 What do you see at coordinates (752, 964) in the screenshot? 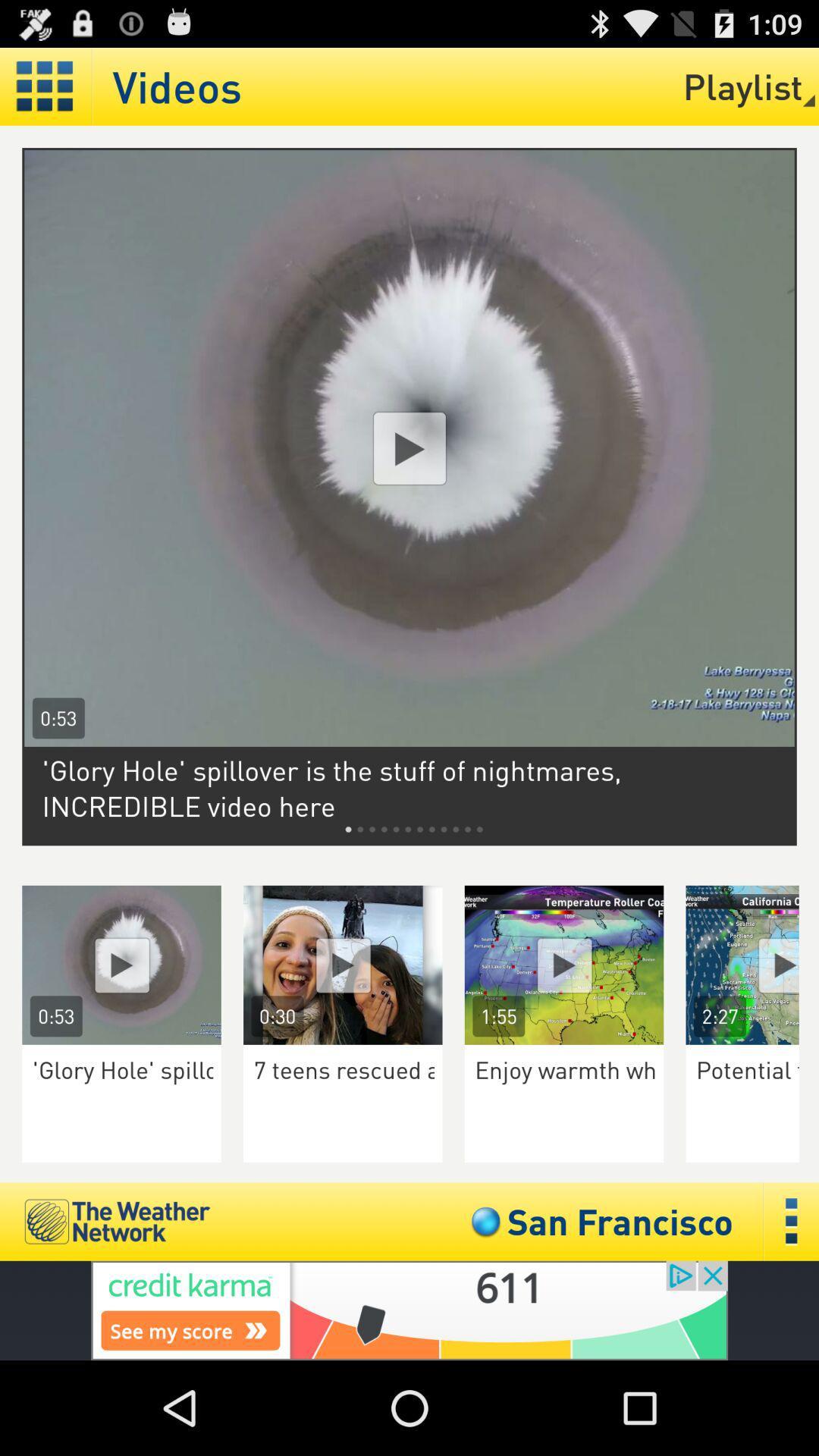
I see `video icon` at bounding box center [752, 964].